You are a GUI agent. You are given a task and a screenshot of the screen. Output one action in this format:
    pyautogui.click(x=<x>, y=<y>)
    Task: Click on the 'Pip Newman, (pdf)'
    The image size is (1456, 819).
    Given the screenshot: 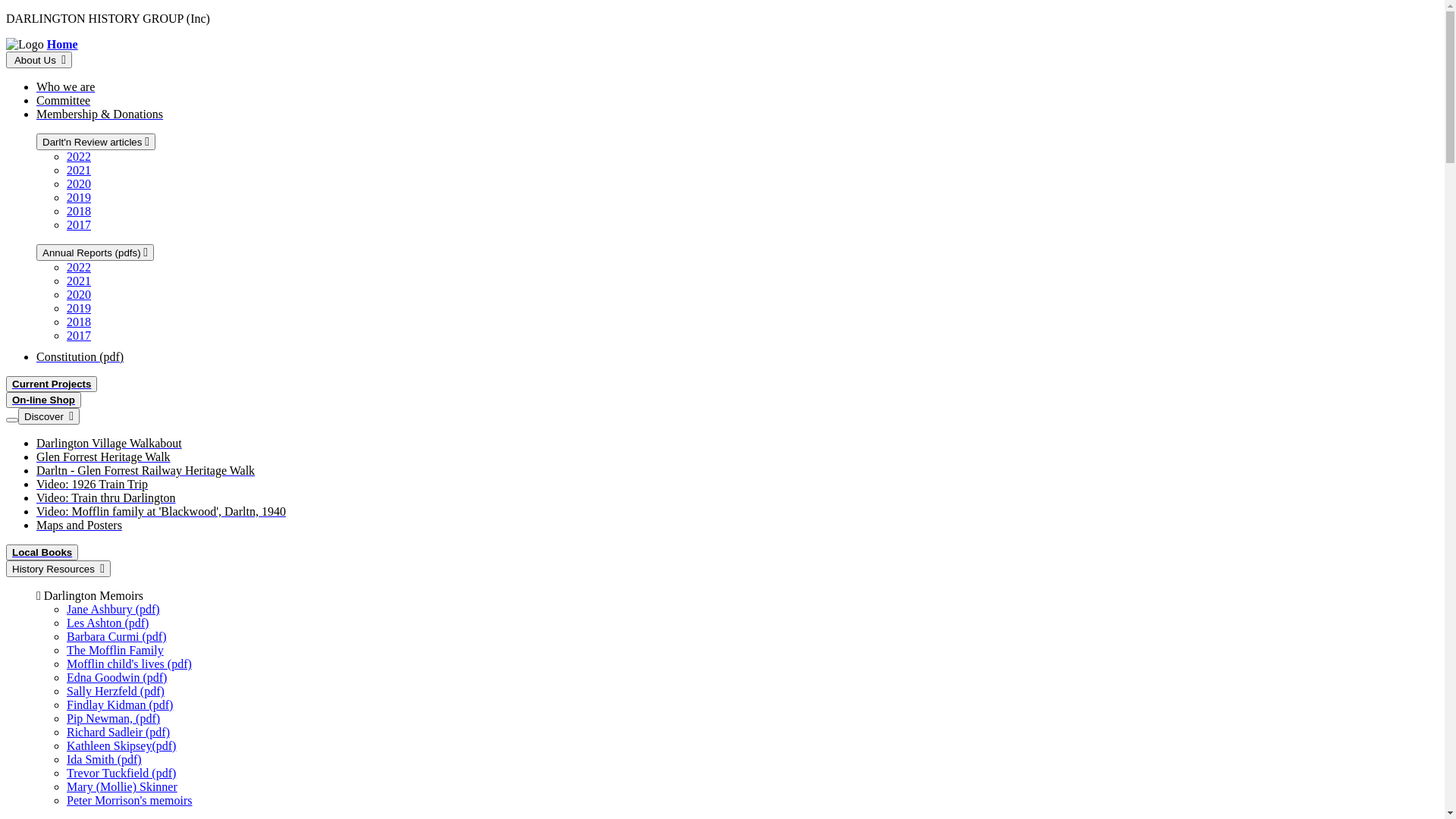 What is the action you would take?
    pyautogui.click(x=112, y=717)
    